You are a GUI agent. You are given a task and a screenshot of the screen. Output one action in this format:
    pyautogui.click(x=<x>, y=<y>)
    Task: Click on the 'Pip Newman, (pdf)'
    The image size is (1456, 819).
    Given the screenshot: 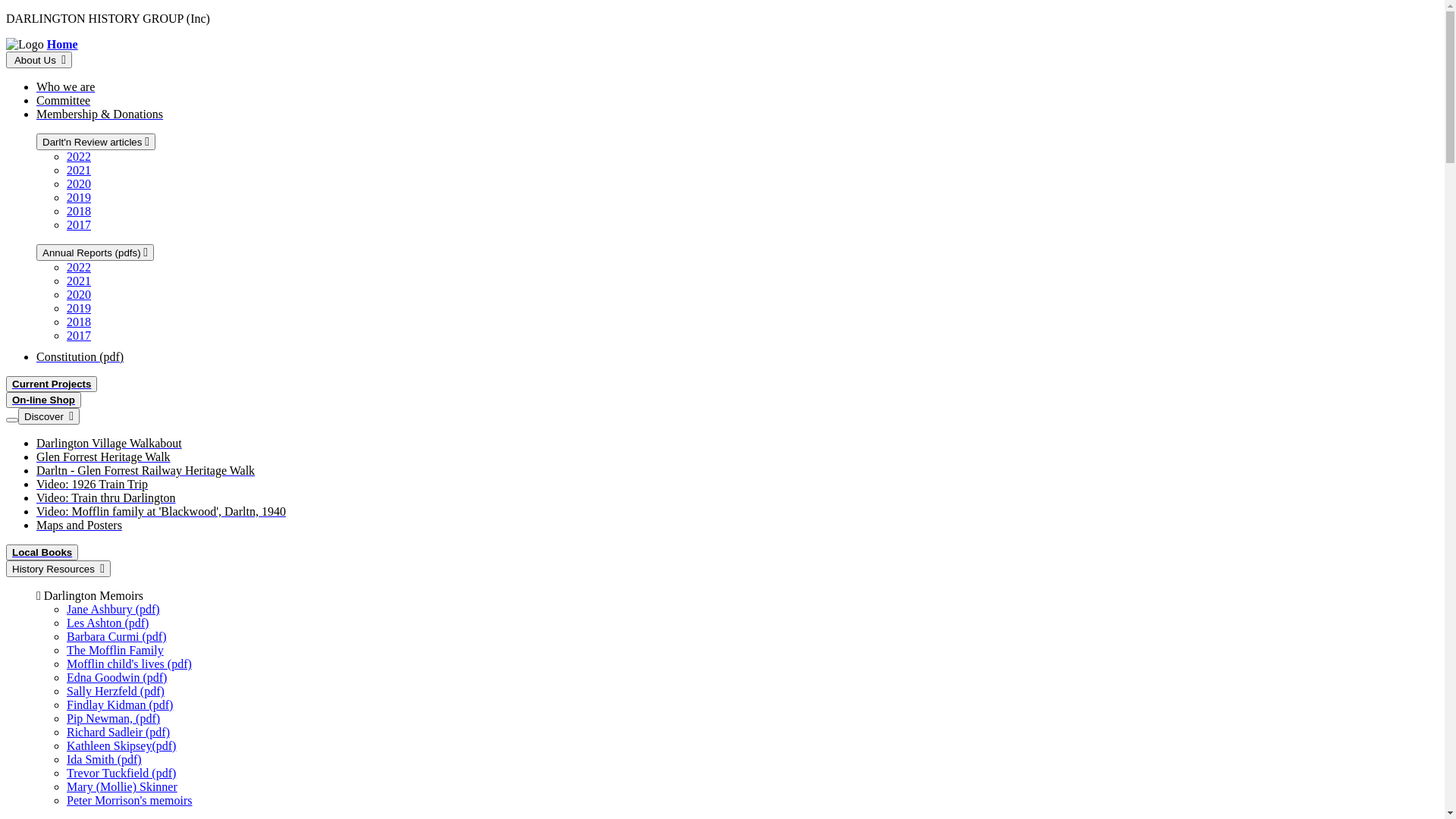 What is the action you would take?
    pyautogui.click(x=112, y=717)
    